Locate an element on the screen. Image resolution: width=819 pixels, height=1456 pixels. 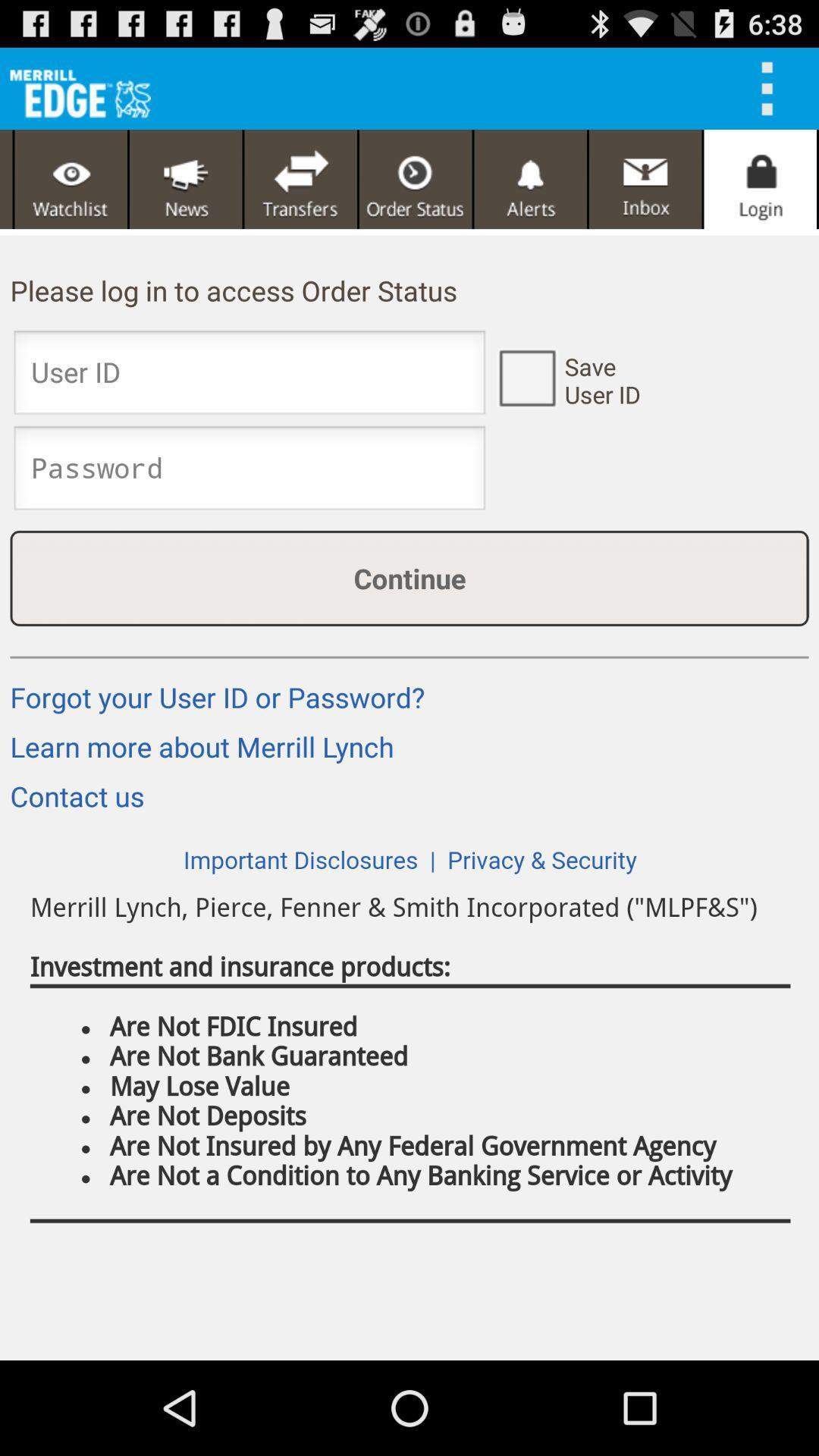
open inbox is located at coordinates (645, 179).